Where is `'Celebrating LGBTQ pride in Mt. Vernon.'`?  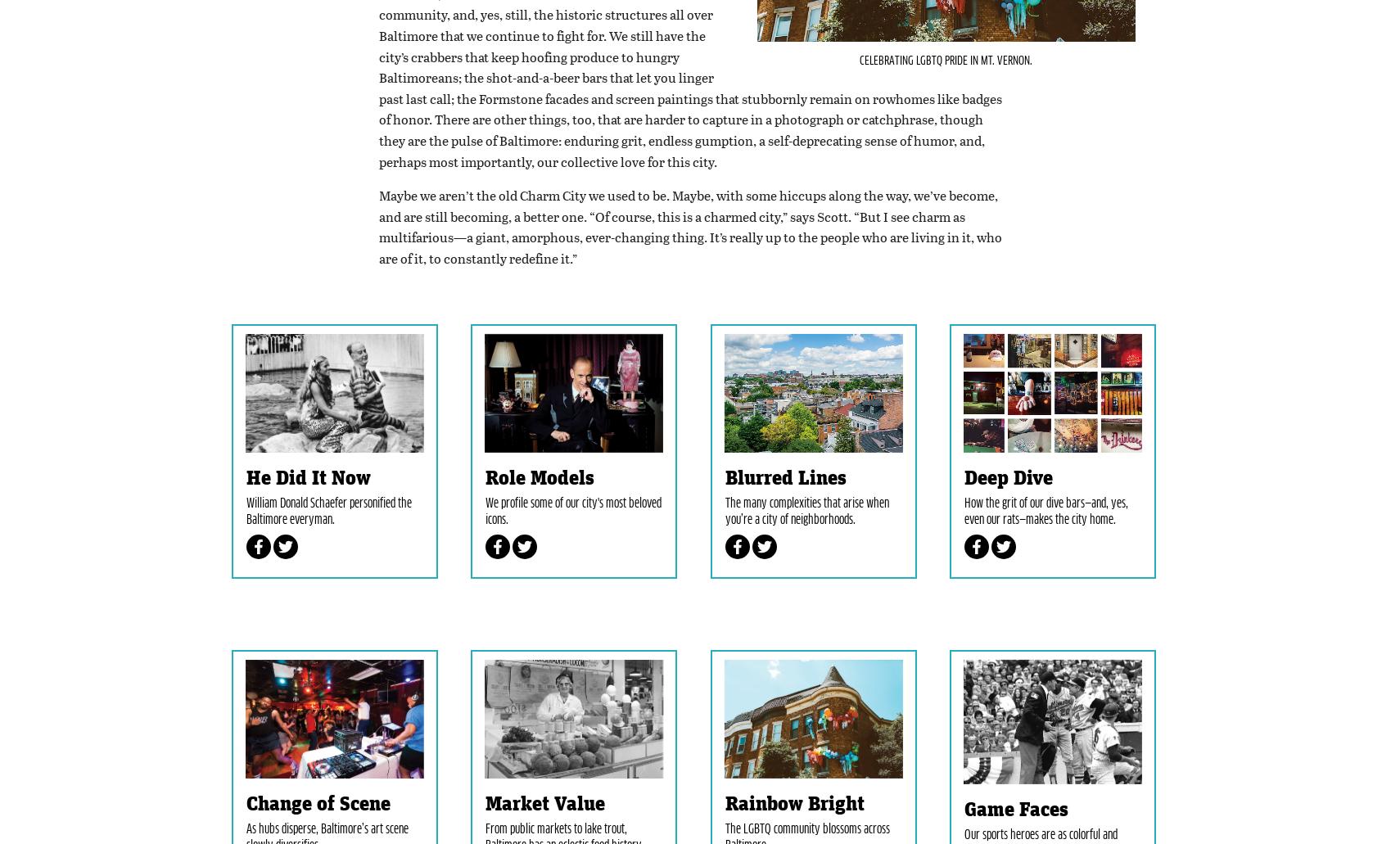 'Celebrating LGBTQ pride in Mt. Vernon.' is located at coordinates (858, 138).